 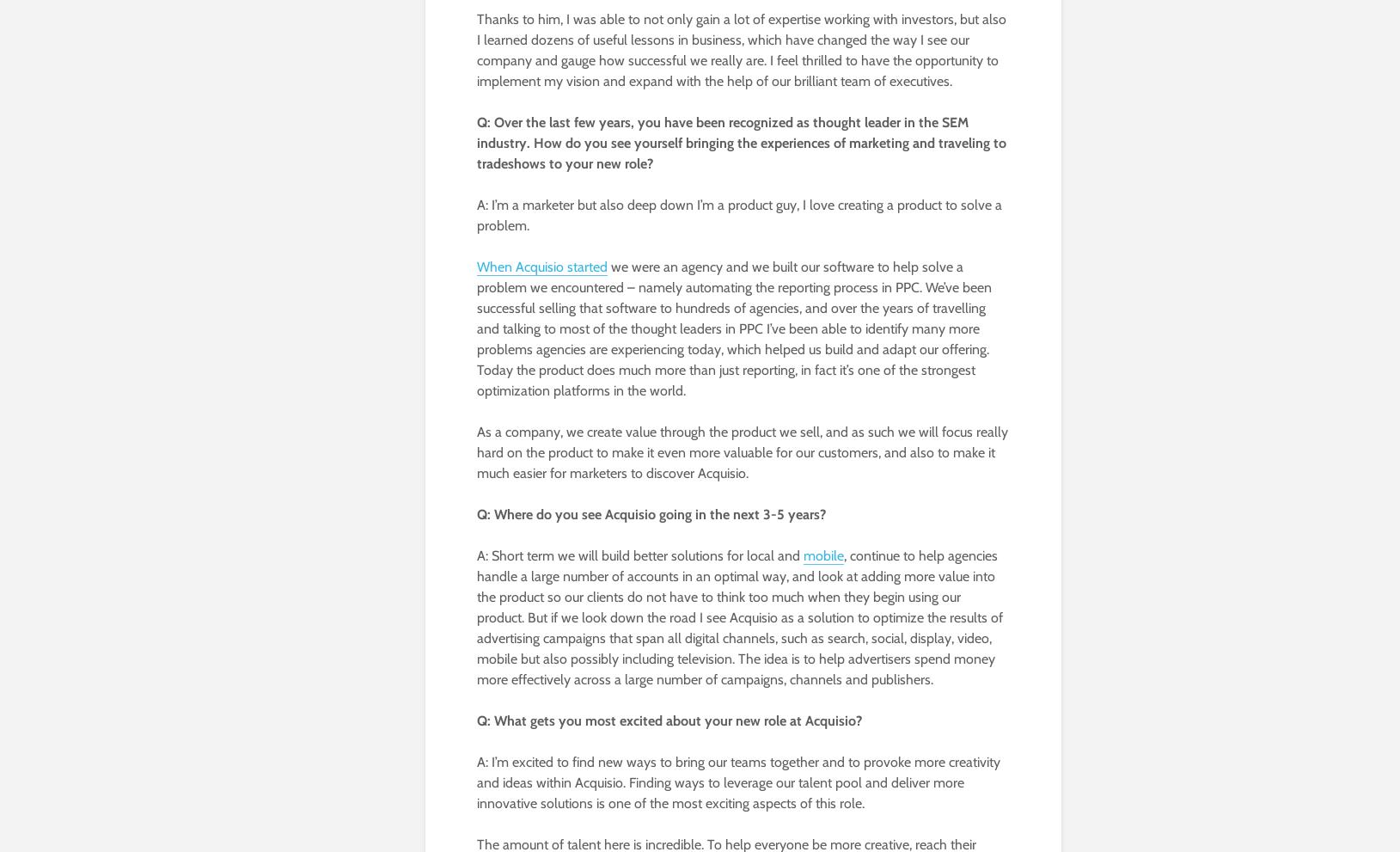 I want to click on ', continue to help agencies handle a large number of accounts in an optimal way, and look at adding more value into the product so our clients do not have to think too much when they begin using our product. But if we look down the road I see Acquisio as a solution to optimize the results of advertising campaigns that span all digital channels, such as search, social, display, video, mobile but also possibly including television. The idea is to help advertisers spend money more effectively across a large number of campaigns, channels and publishers.', so click(x=738, y=617).